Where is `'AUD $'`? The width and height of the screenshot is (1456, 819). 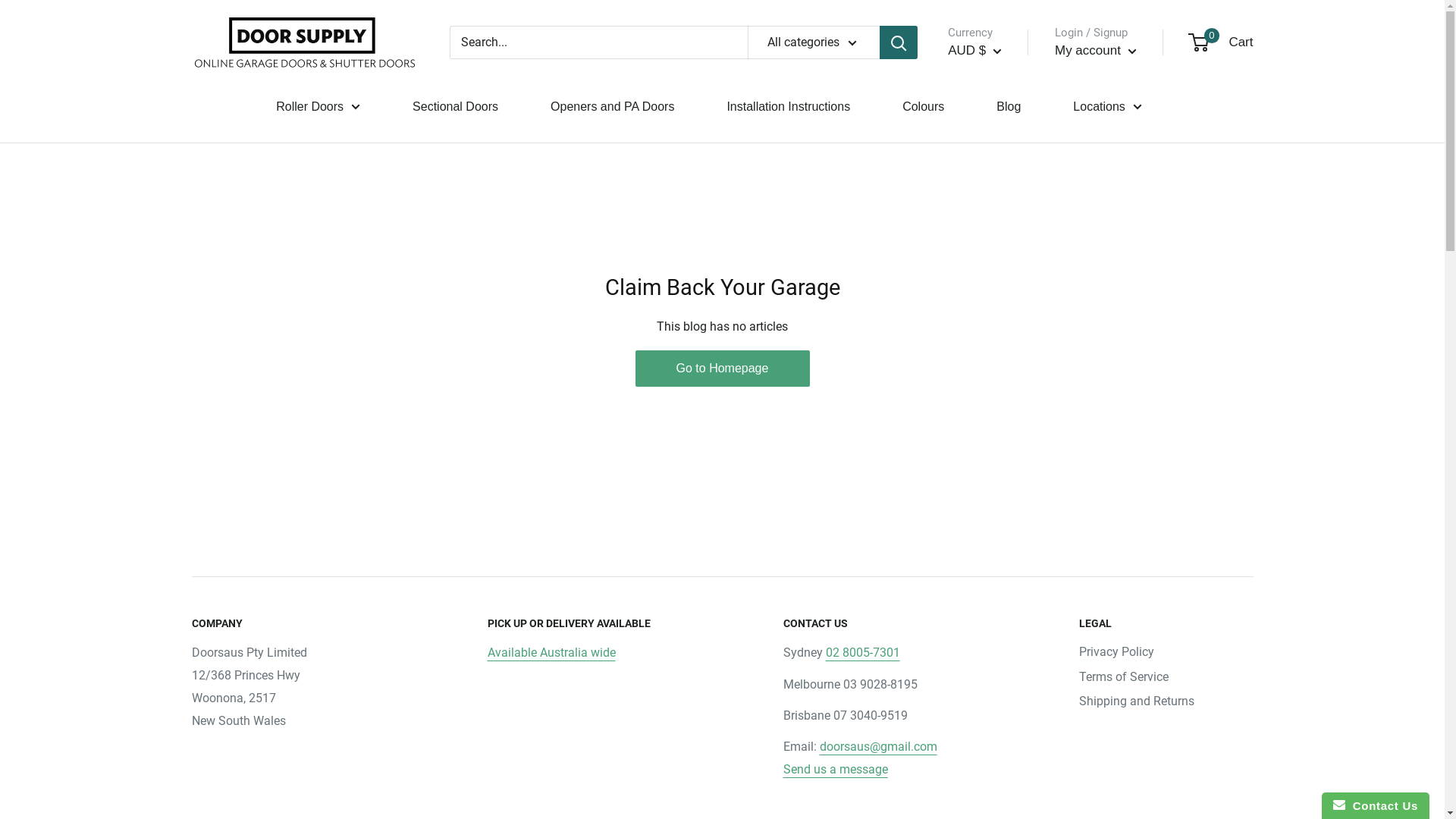 'AUD $' is located at coordinates (974, 49).